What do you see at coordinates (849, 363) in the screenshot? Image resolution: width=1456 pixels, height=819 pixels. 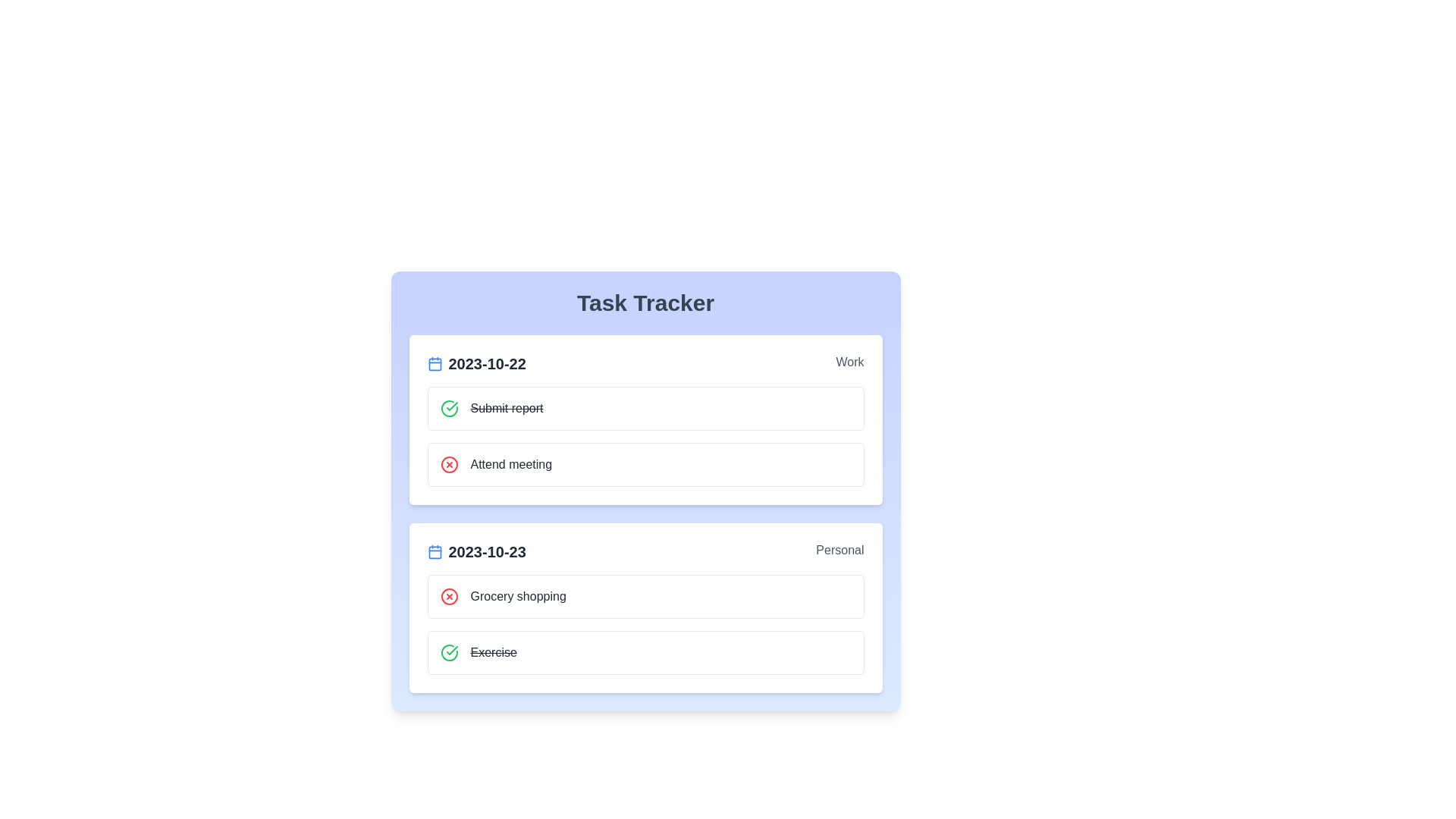 I see `the category label Work to filter tasks by that category` at bounding box center [849, 363].